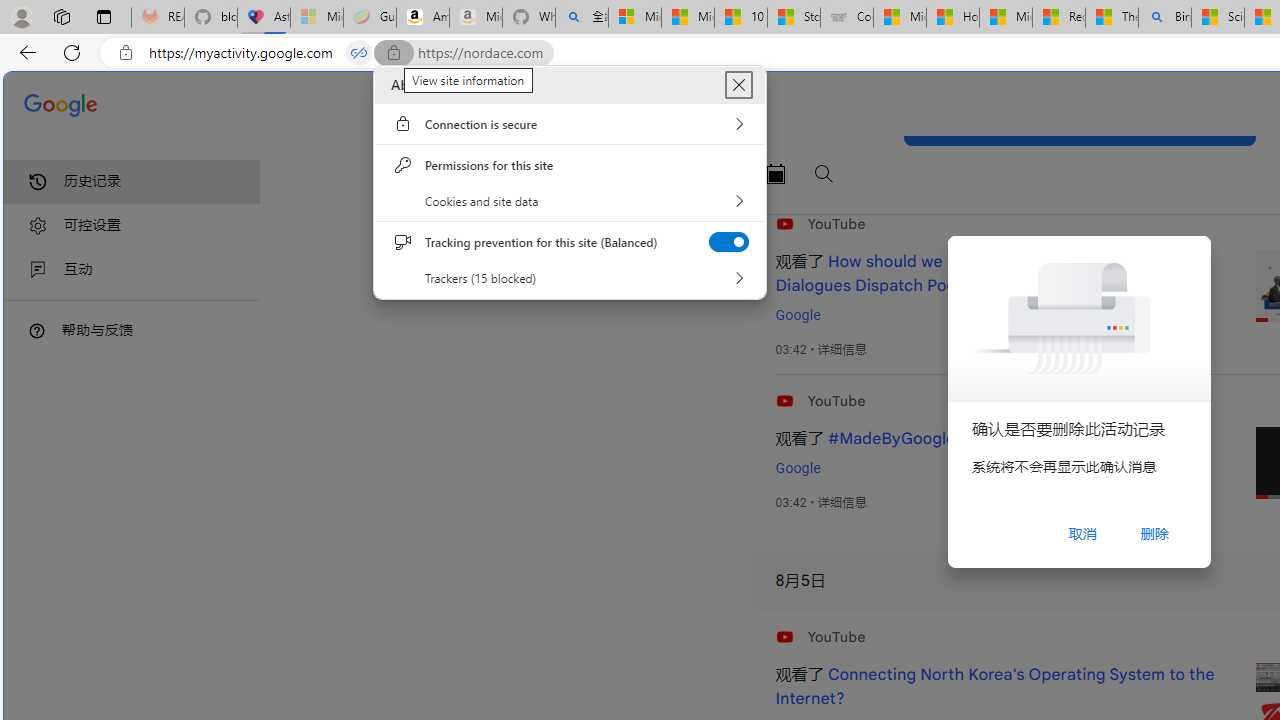 The image size is (1280, 720). Describe the element at coordinates (263, 17) in the screenshot. I see `'Asthma Inhalers: Names and Types'` at that location.